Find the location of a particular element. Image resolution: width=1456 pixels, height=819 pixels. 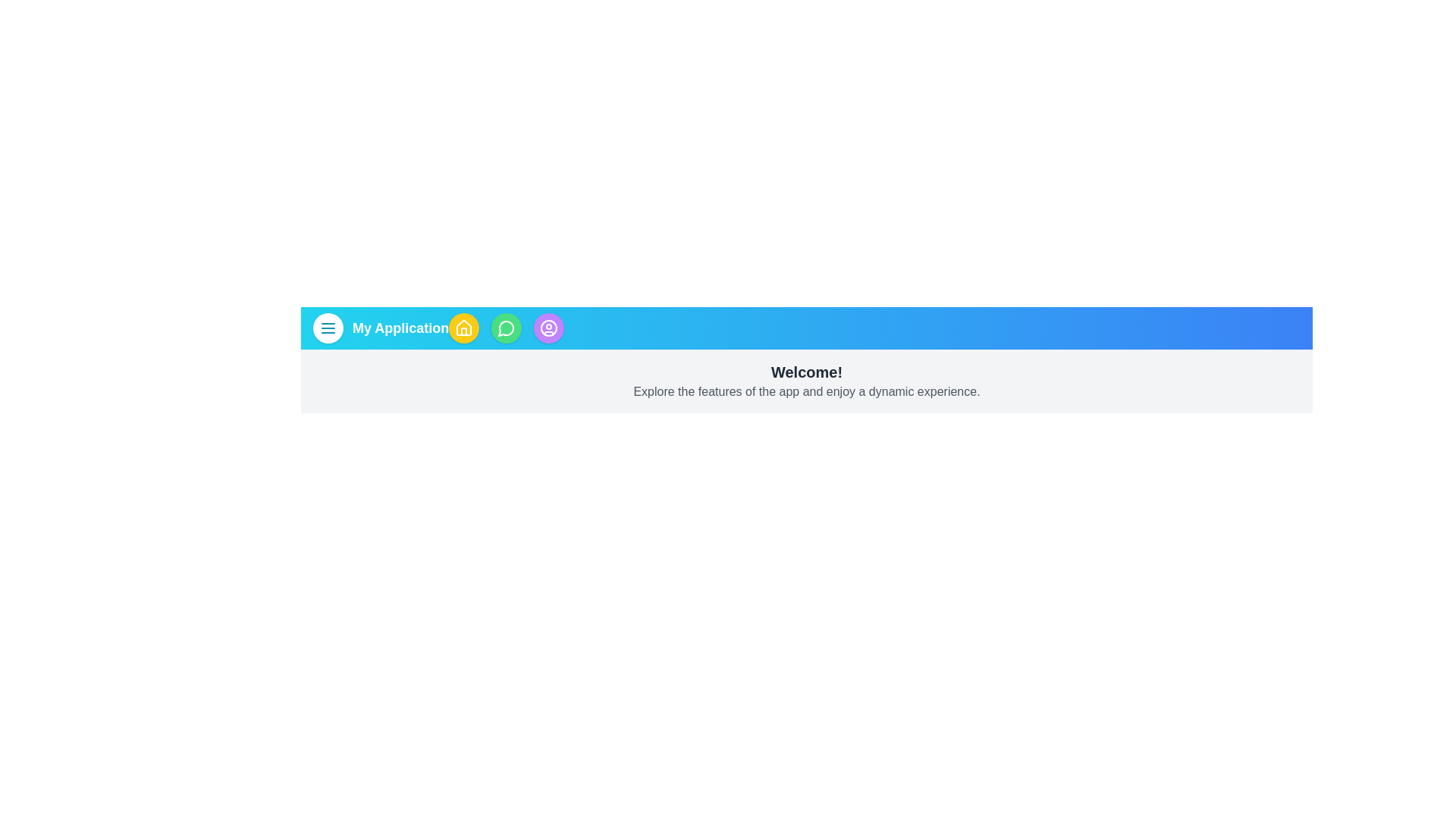

the user profile button is located at coordinates (548, 327).